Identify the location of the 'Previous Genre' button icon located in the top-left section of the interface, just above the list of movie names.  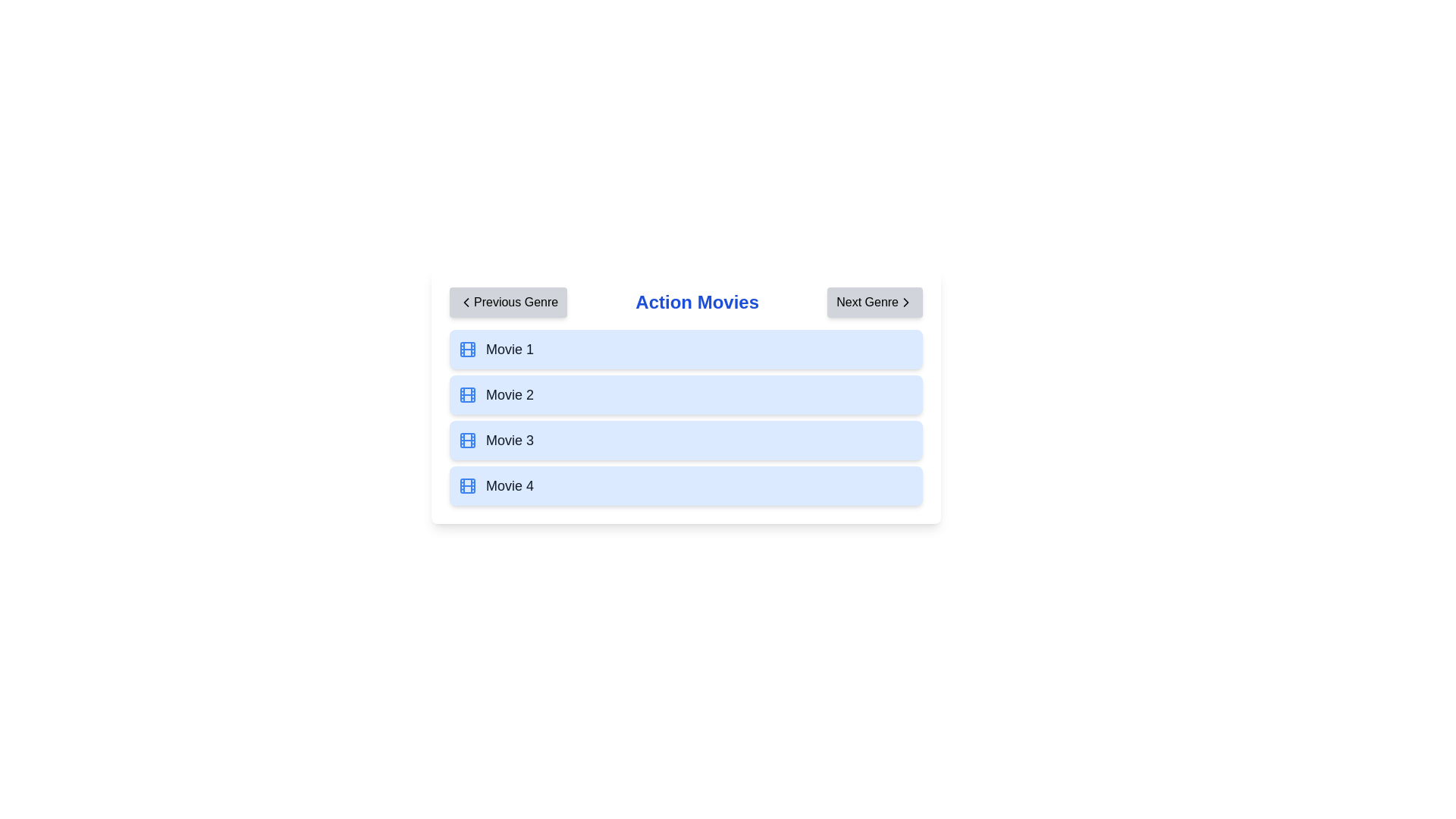
(465, 302).